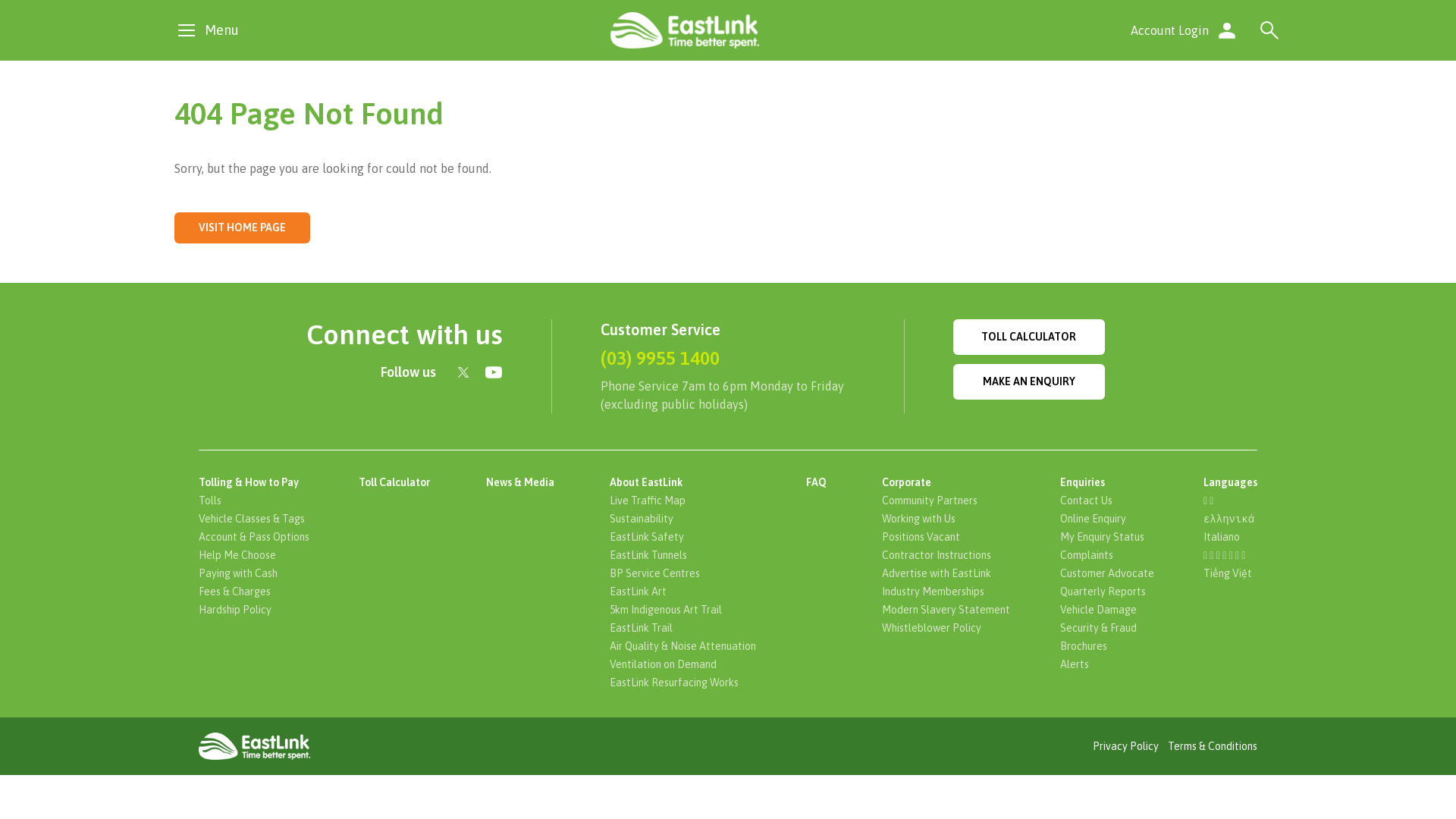 The width and height of the screenshot is (1456, 819). I want to click on 'Account & Pass Options', so click(259, 536).